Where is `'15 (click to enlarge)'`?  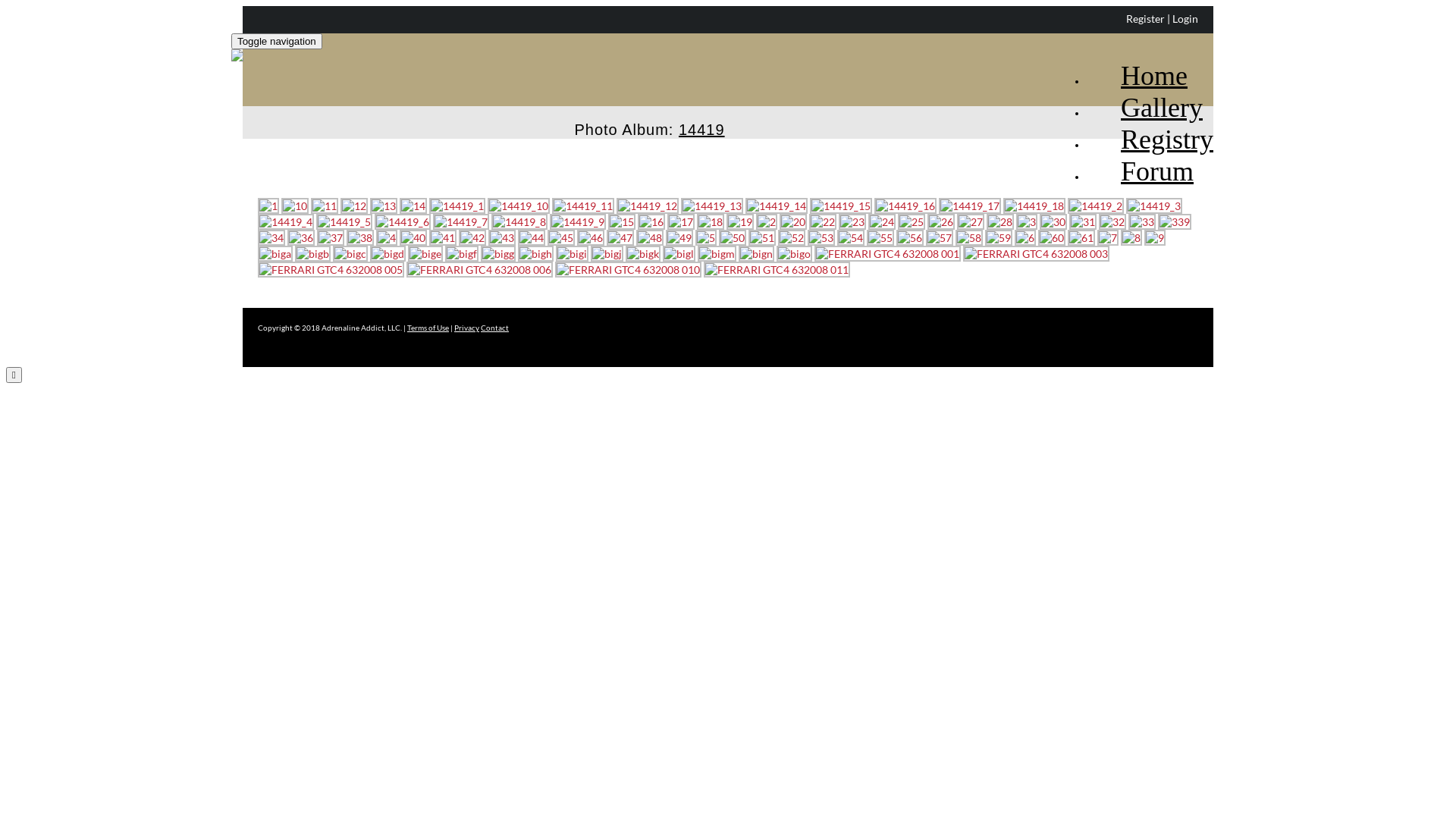 '15 (click to enlarge)' is located at coordinates (622, 221).